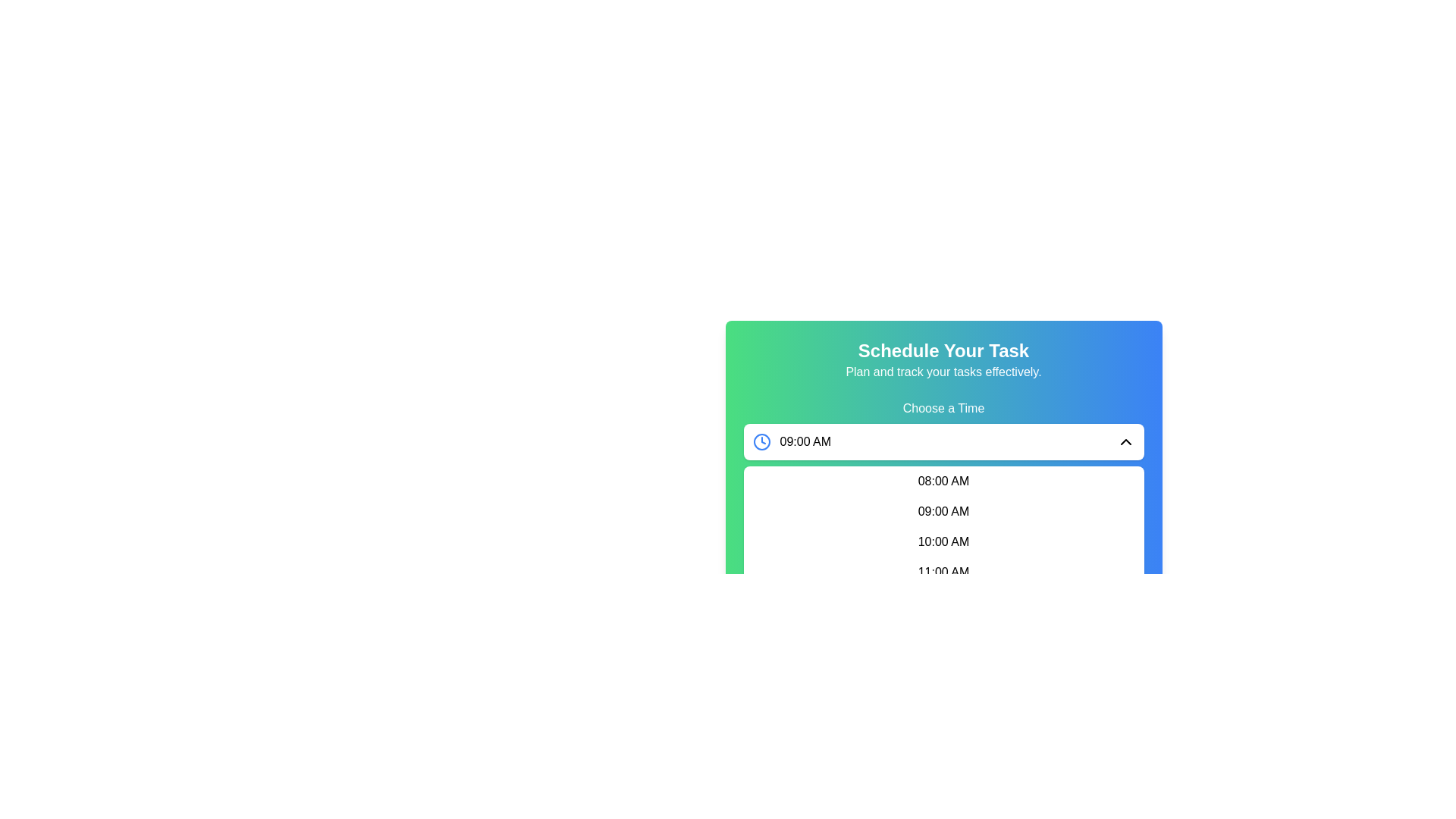 This screenshot has width=1456, height=819. I want to click on the Dropdown button located below the 'Choose a Time' heading using the keyboard, so click(943, 441).